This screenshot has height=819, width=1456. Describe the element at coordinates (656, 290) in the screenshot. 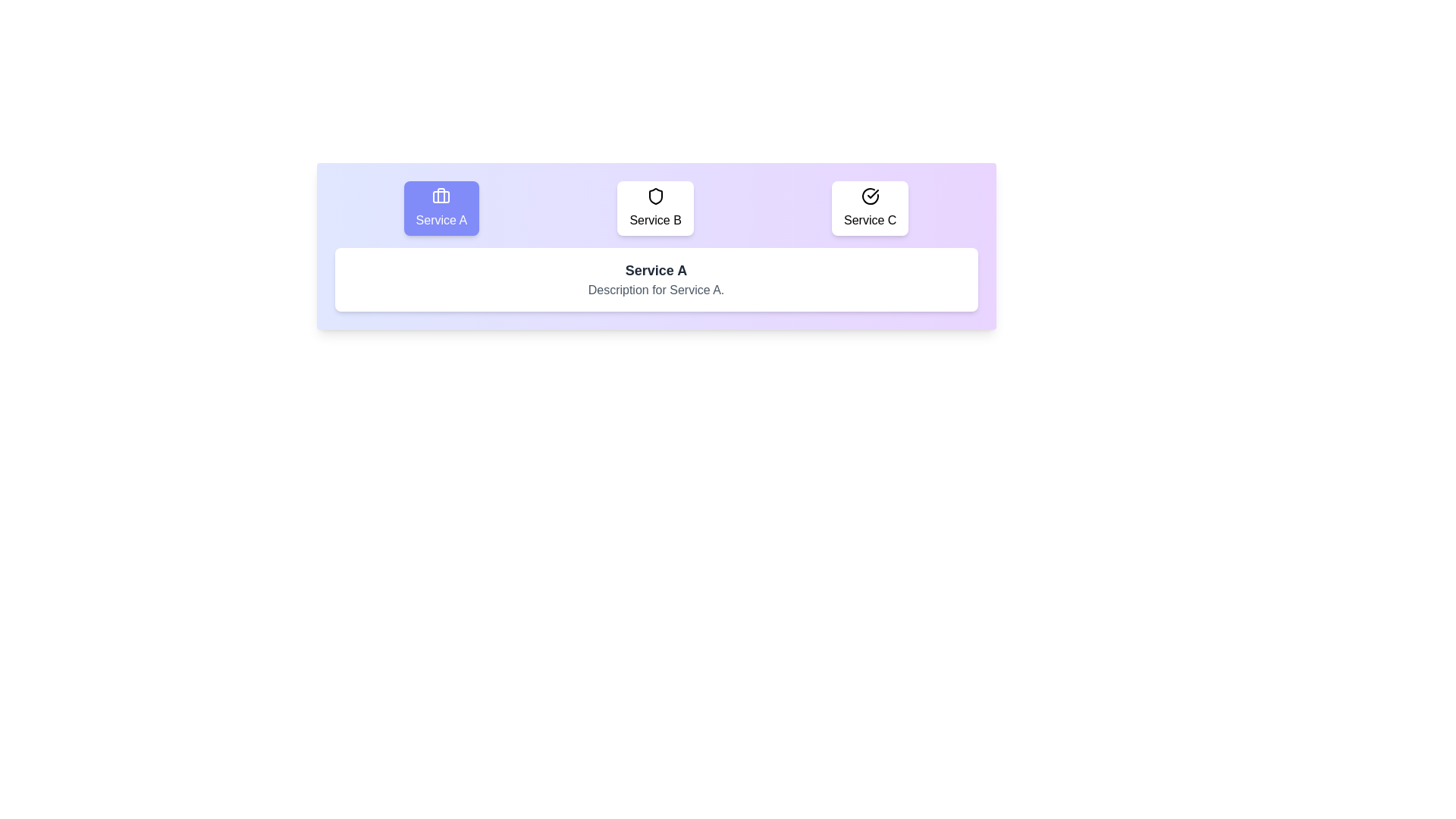

I see `the Static Text that provides additional information about 'Service A', positioned below the heading labeled 'Service A'` at that location.